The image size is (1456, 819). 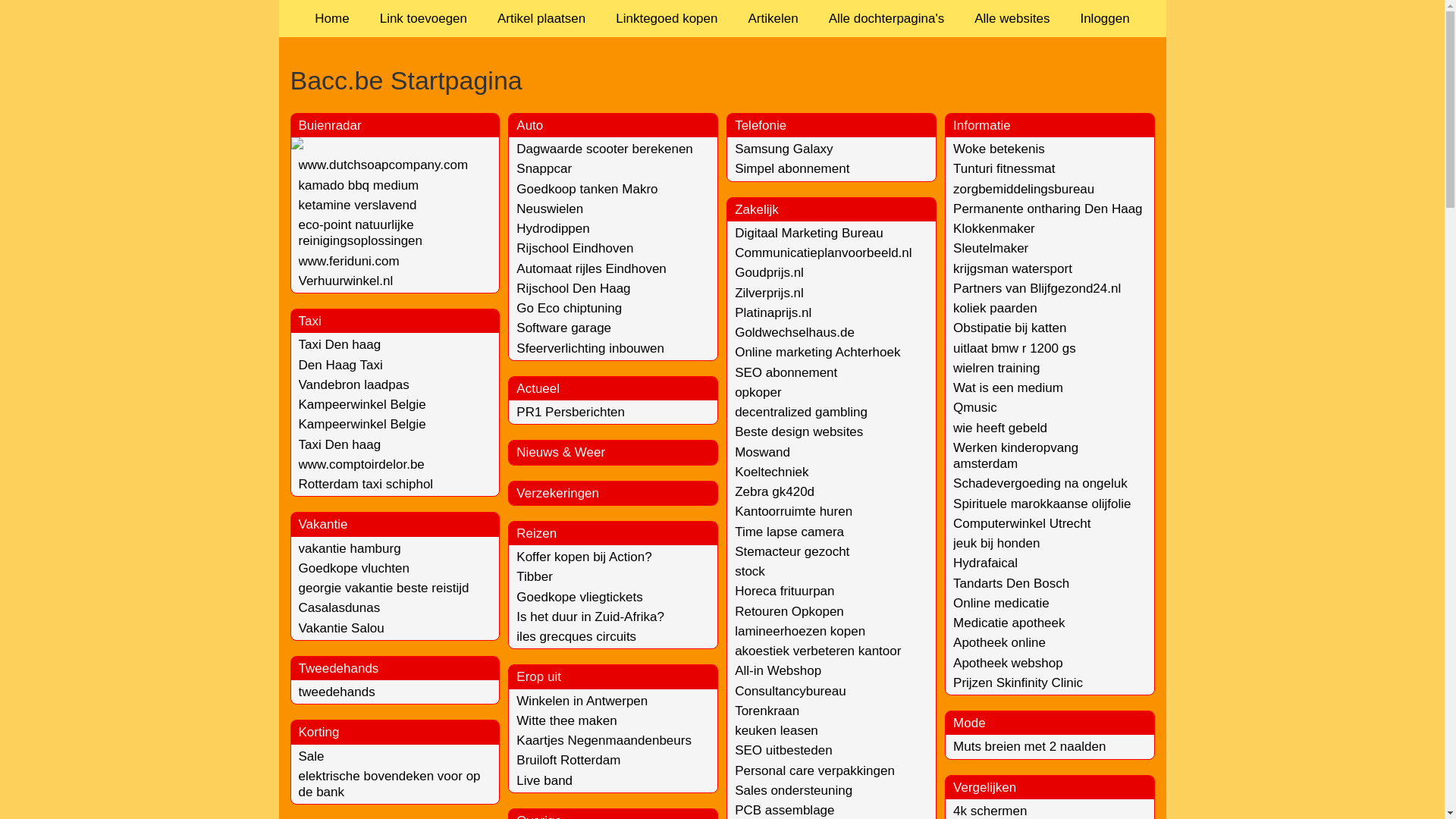 I want to click on 'akoestiek verbeteren kantoor', so click(x=735, y=650).